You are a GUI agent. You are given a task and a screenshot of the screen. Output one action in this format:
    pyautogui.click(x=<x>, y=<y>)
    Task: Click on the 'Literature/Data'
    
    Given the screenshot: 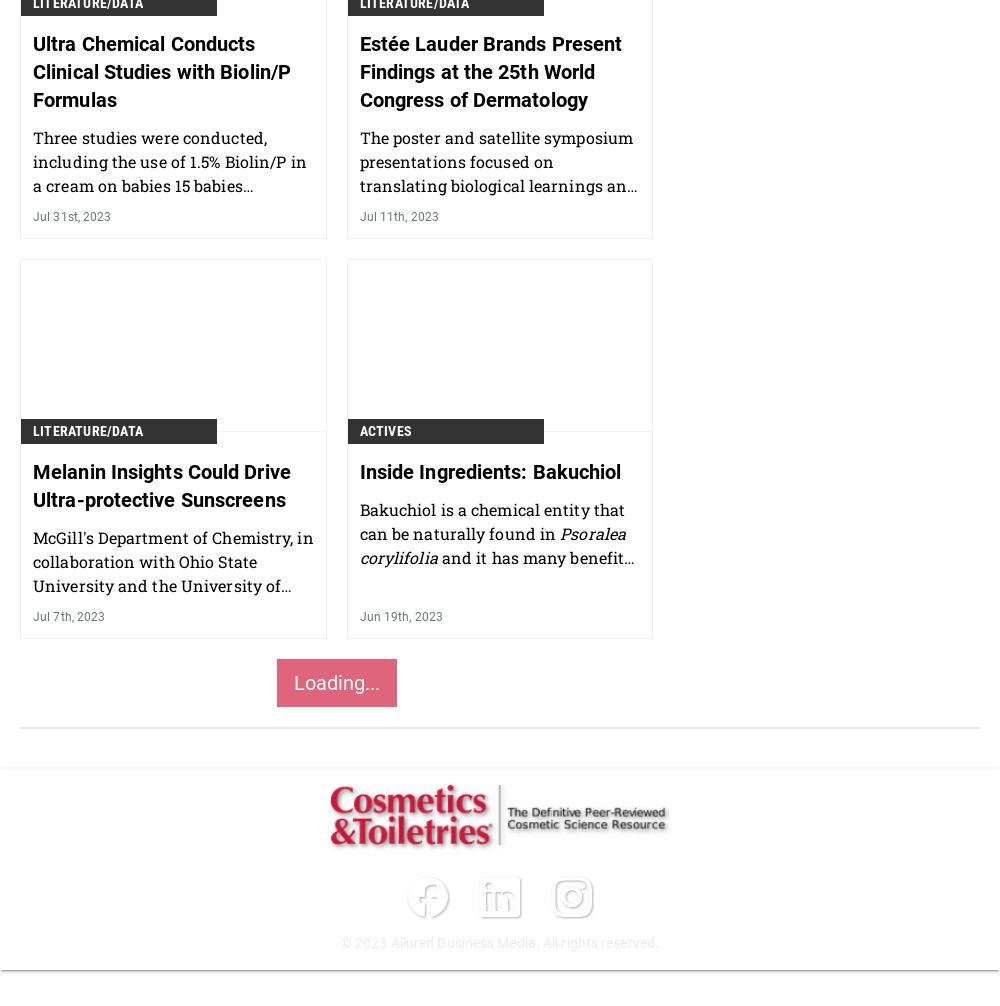 What is the action you would take?
    pyautogui.click(x=87, y=428)
    